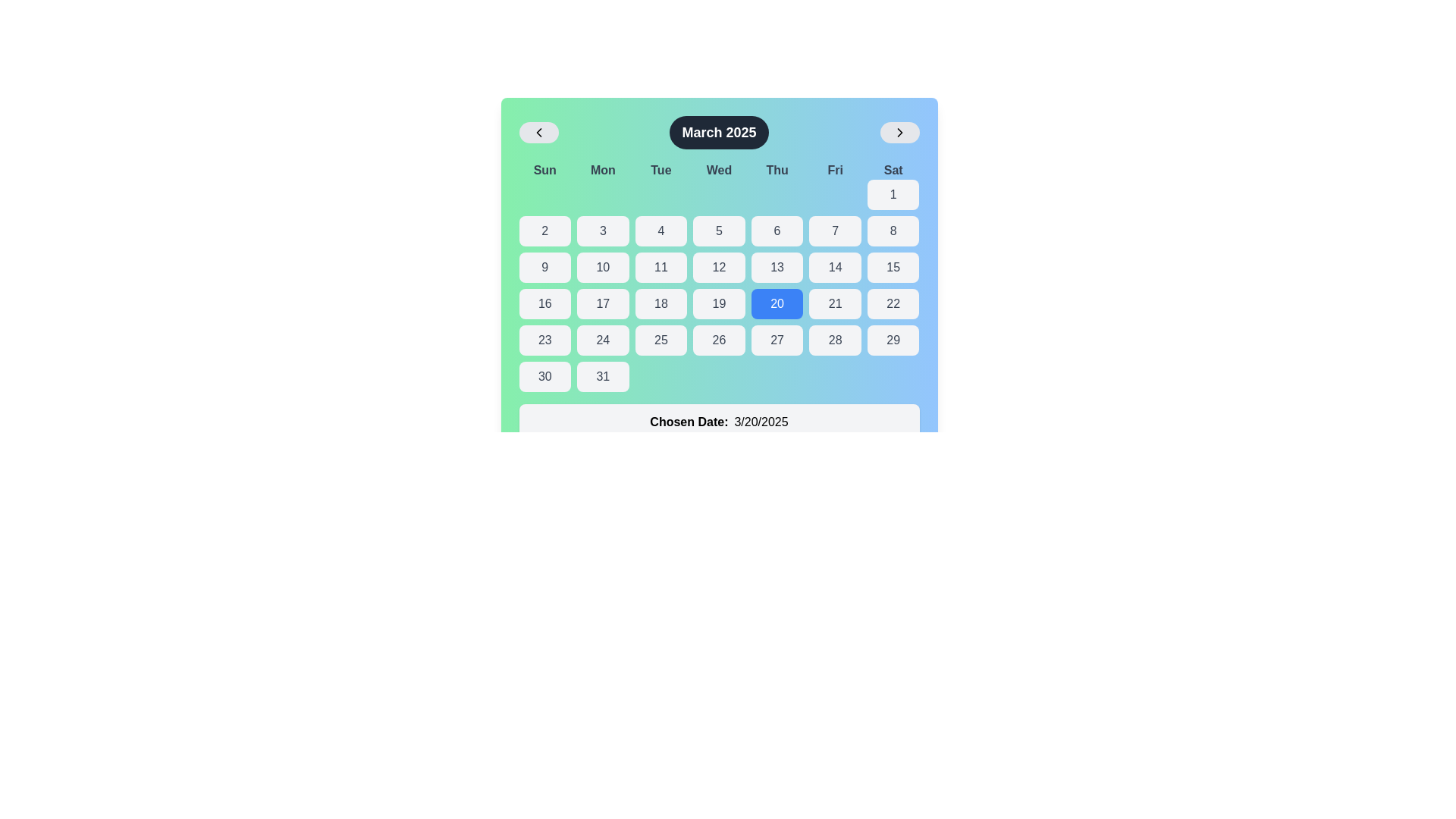  Describe the element at coordinates (893, 170) in the screenshot. I see `the bolded text label displaying 'Sat', which is the last element in a row of day abbreviations at the top of the calendar interface` at that location.